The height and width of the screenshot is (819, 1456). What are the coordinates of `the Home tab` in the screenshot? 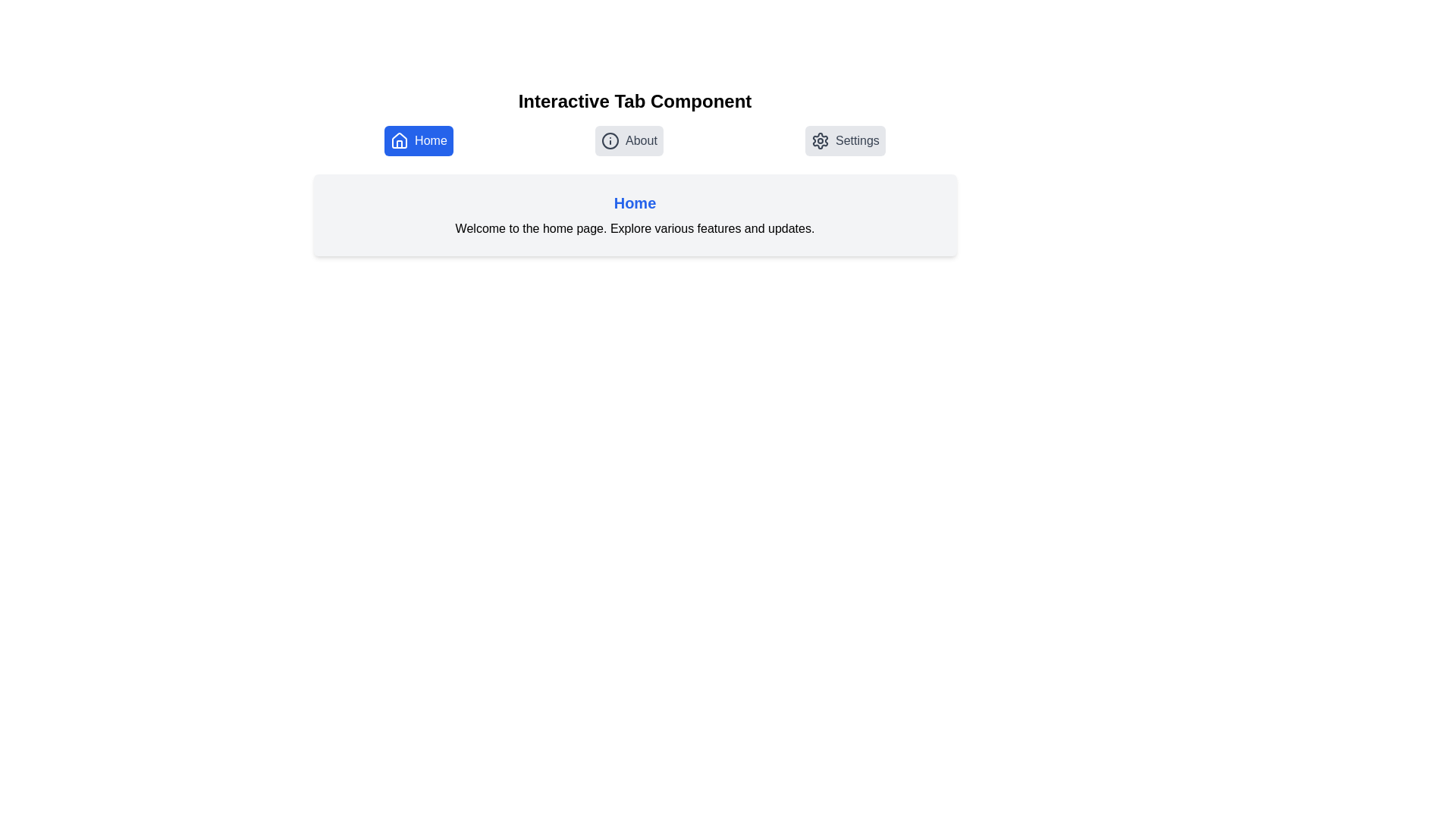 It's located at (419, 140).